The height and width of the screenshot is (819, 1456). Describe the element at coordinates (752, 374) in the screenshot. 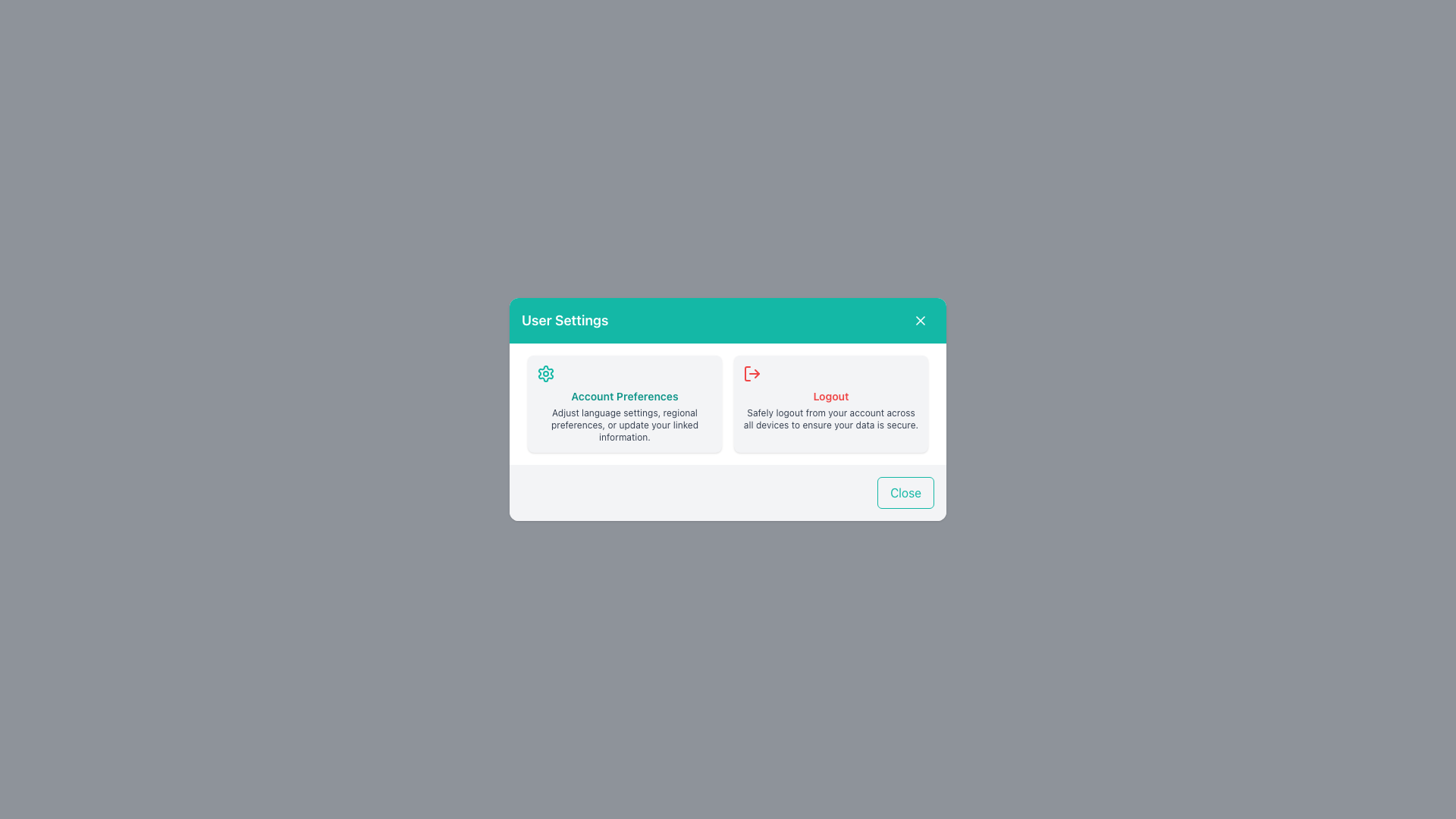

I see `the red log-out icon with an outward pointing arrow, located centrally within the 'Logout' card in the modal dialog` at that location.